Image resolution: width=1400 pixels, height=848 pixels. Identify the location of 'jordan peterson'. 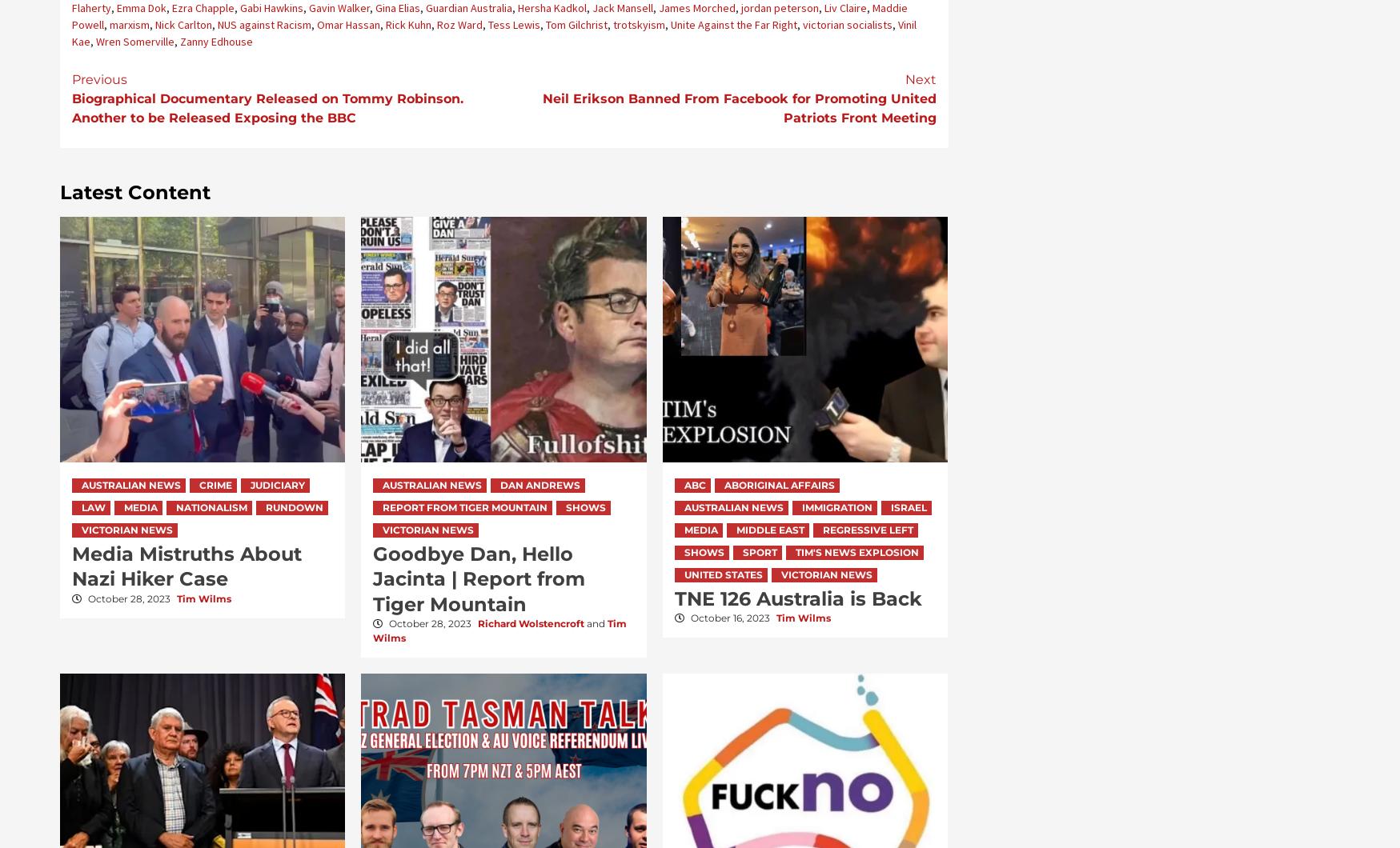
(778, 7).